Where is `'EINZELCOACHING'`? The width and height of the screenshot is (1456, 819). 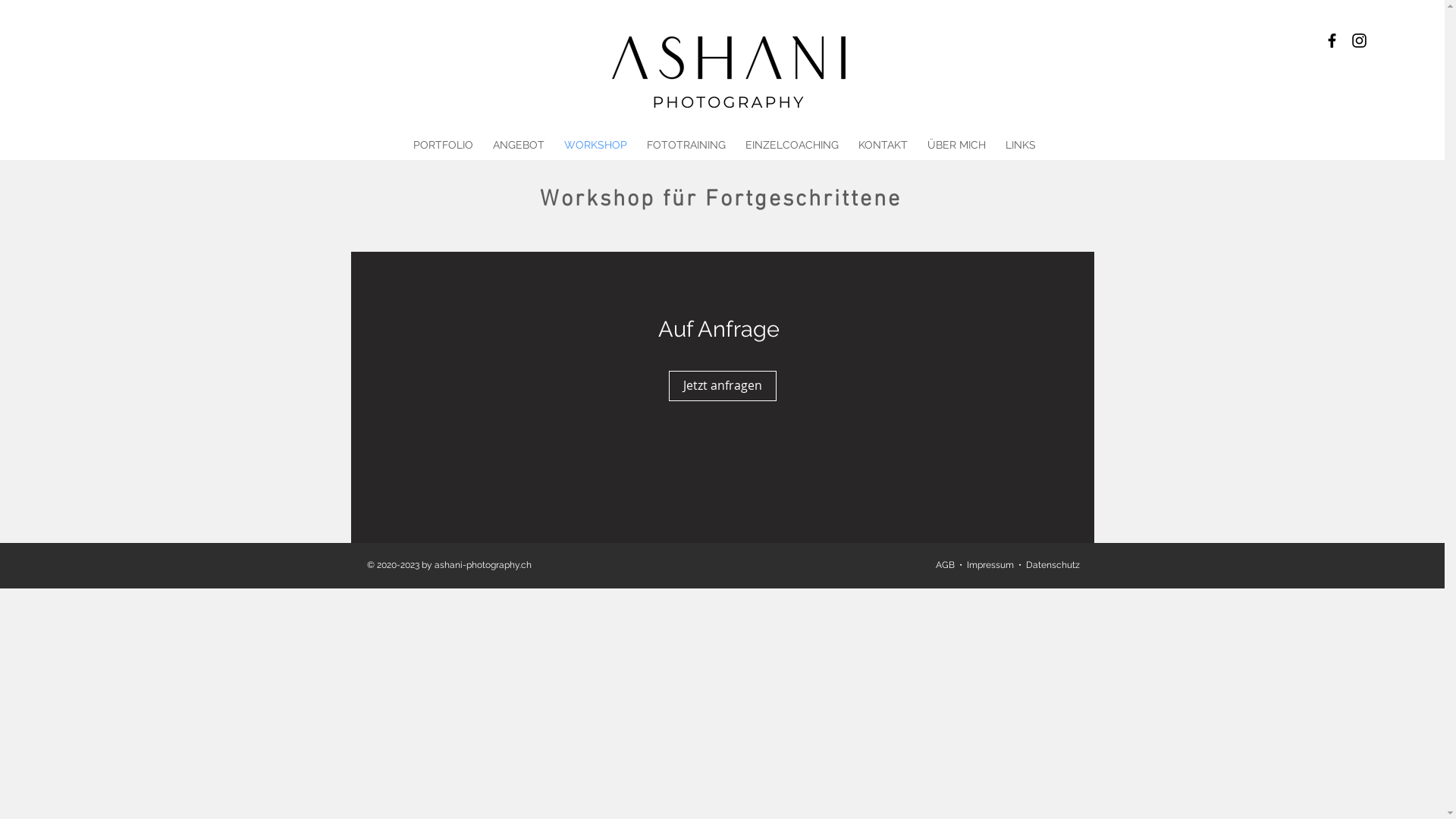 'EINZELCOACHING' is located at coordinates (791, 145).